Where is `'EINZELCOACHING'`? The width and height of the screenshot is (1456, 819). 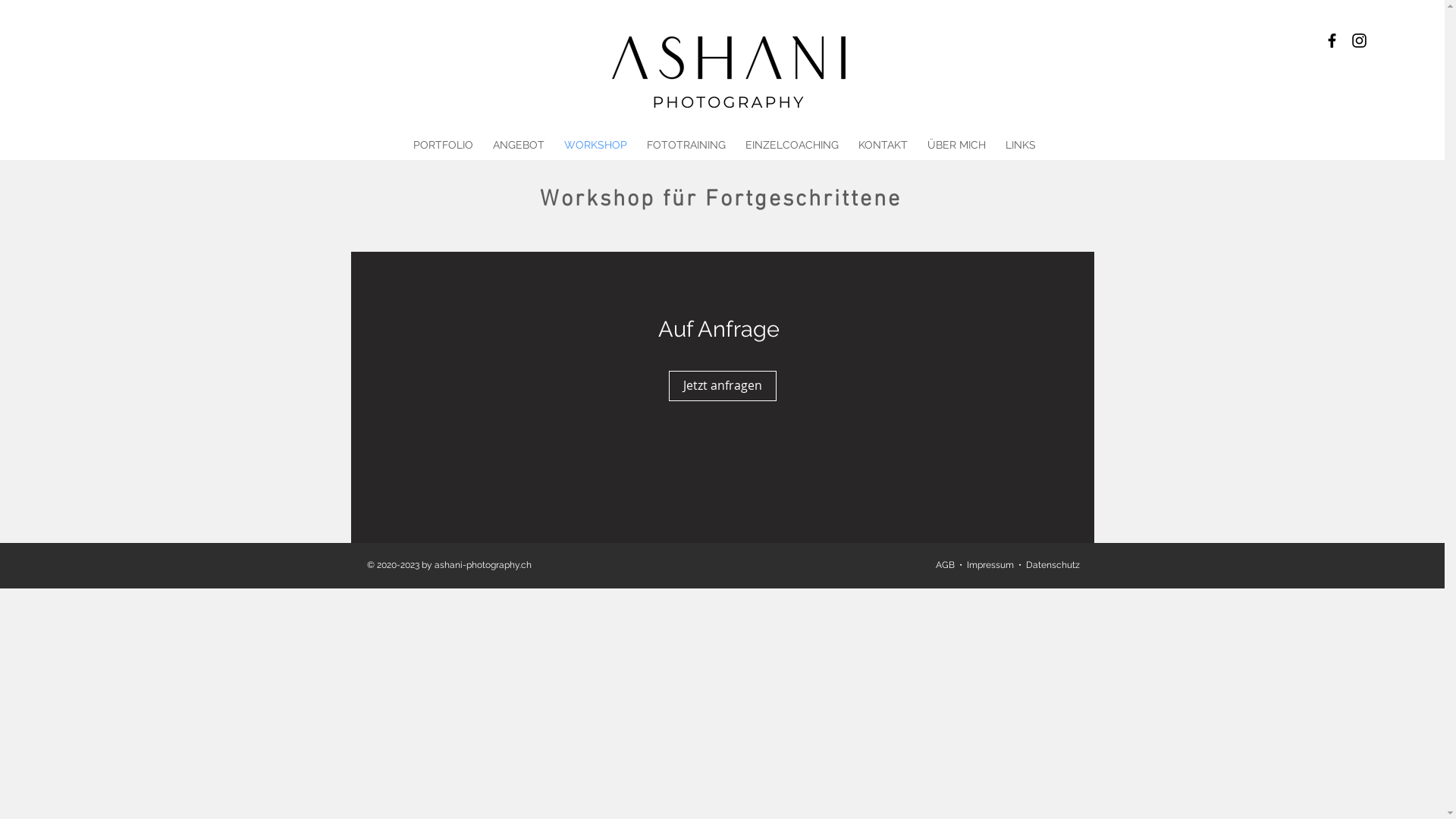 'EINZELCOACHING' is located at coordinates (791, 145).